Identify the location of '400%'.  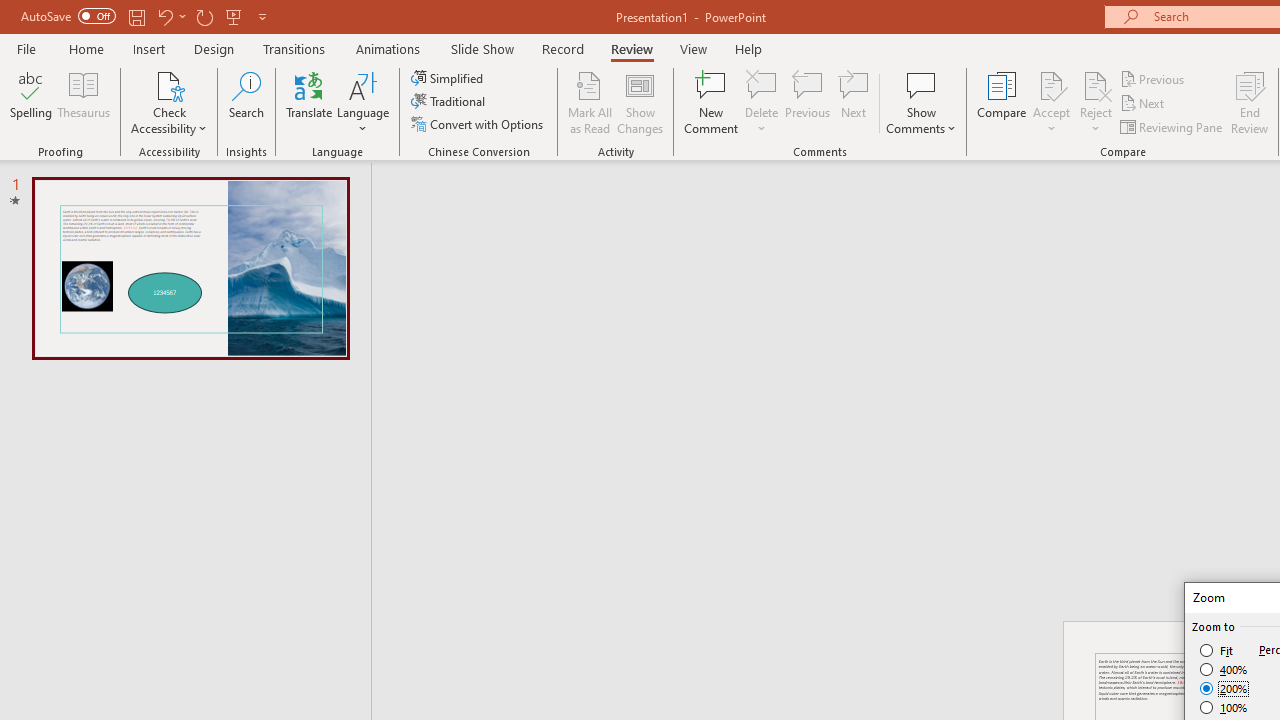
(1223, 669).